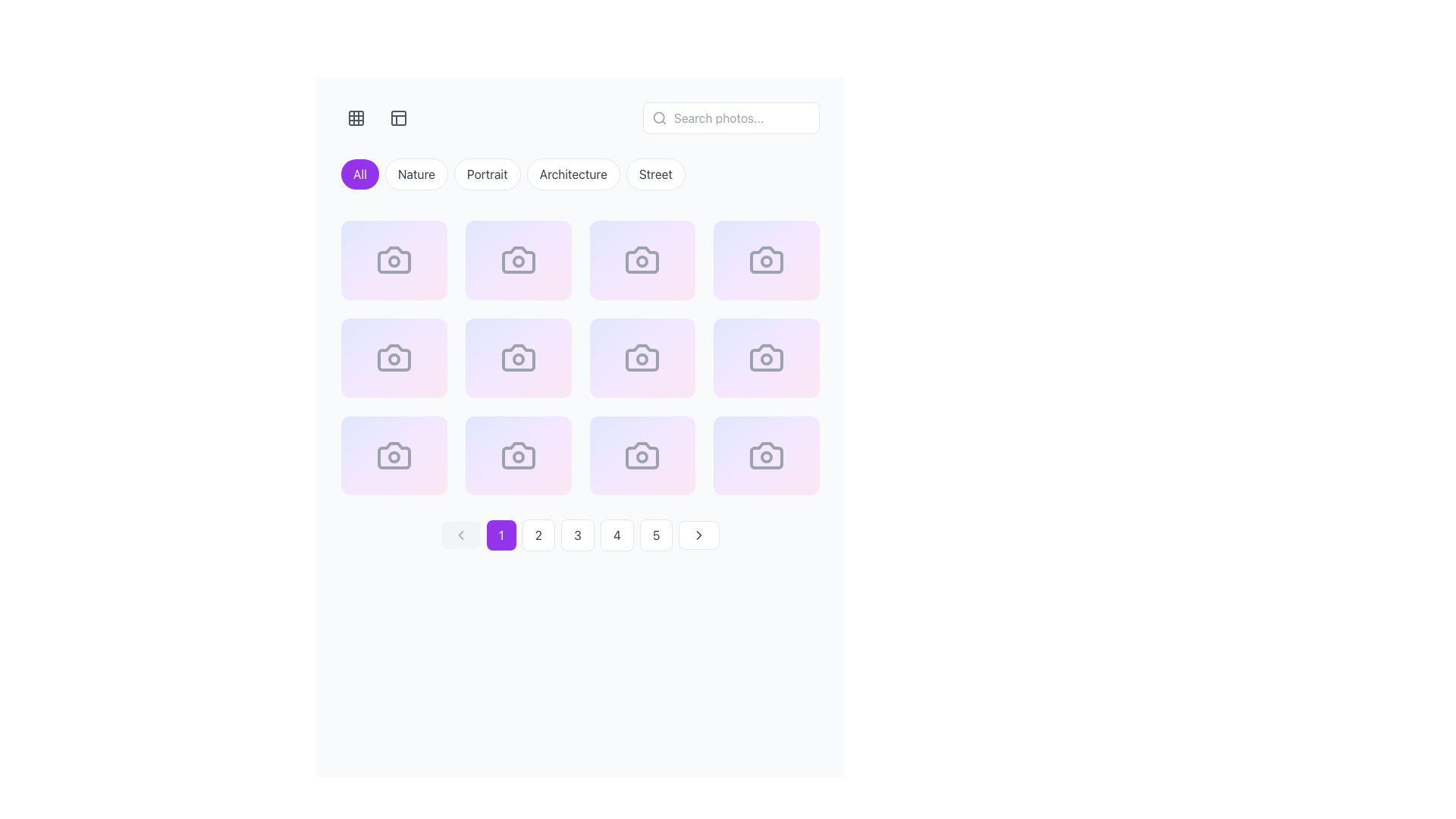  What do you see at coordinates (487, 174) in the screenshot?
I see `the 'Portrait' button, which is a rounded rectangular button with a white background and gray border, located between the 'Nature' and 'Architecture' buttons to apply the filter` at bounding box center [487, 174].